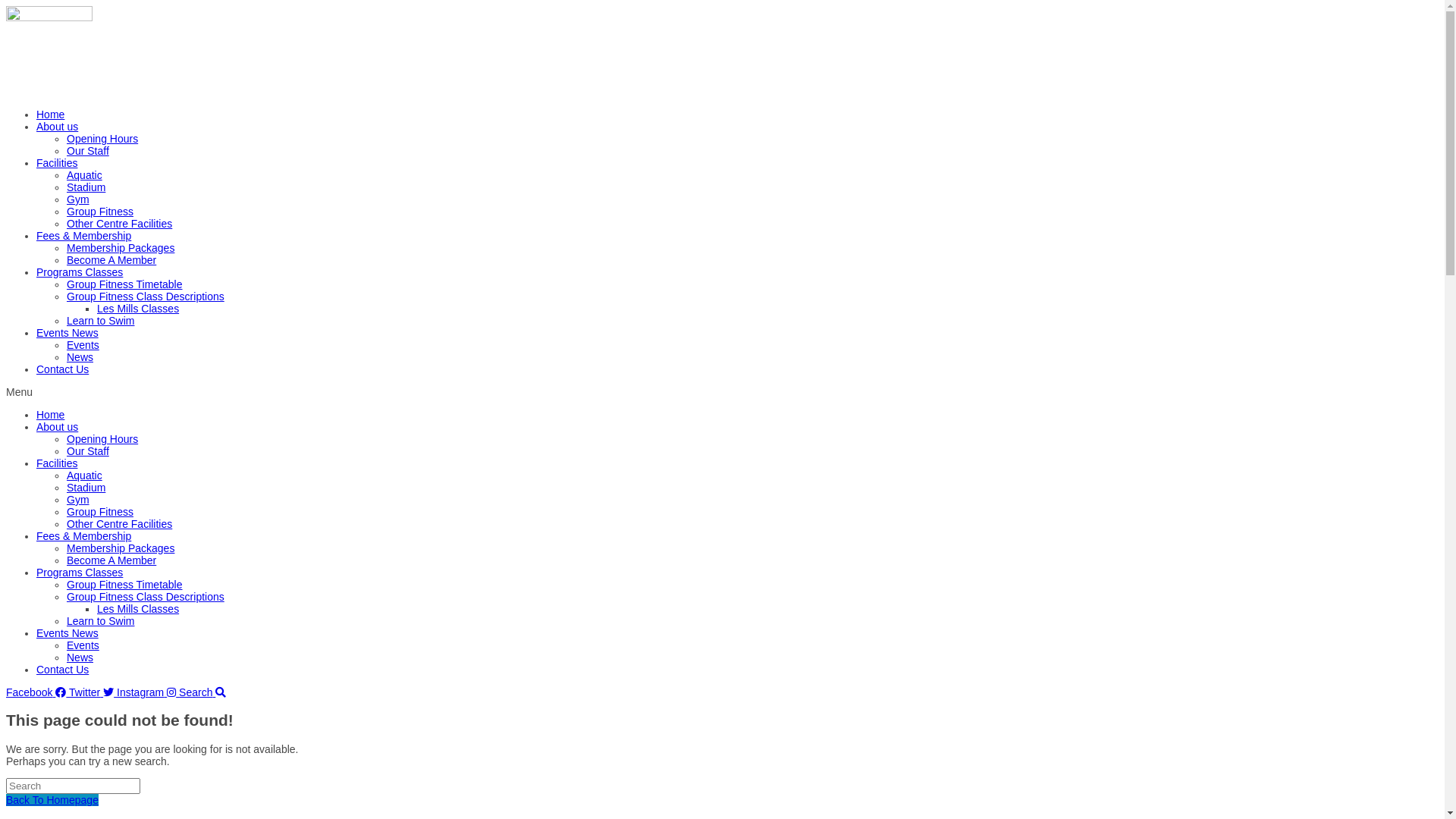 The width and height of the screenshot is (1456, 819). What do you see at coordinates (5, 5) in the screenshot?
I see `'Skip to content'` at bounding box center [5, 5].